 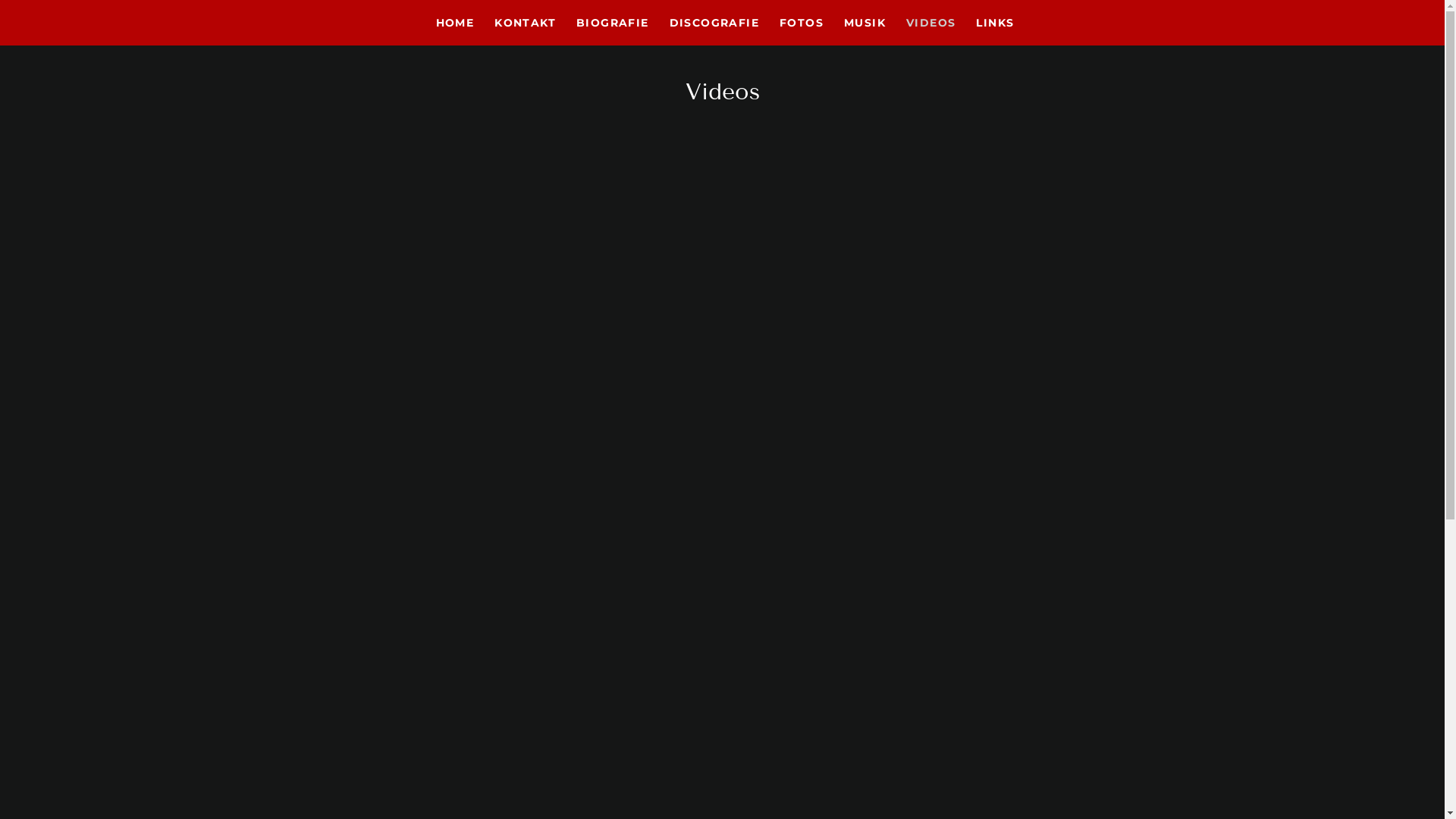 What do you see at coordinates (658, 23) in the screenshot?
I see `'DISCOGRAFIE'` at bounding box center [658, 23].